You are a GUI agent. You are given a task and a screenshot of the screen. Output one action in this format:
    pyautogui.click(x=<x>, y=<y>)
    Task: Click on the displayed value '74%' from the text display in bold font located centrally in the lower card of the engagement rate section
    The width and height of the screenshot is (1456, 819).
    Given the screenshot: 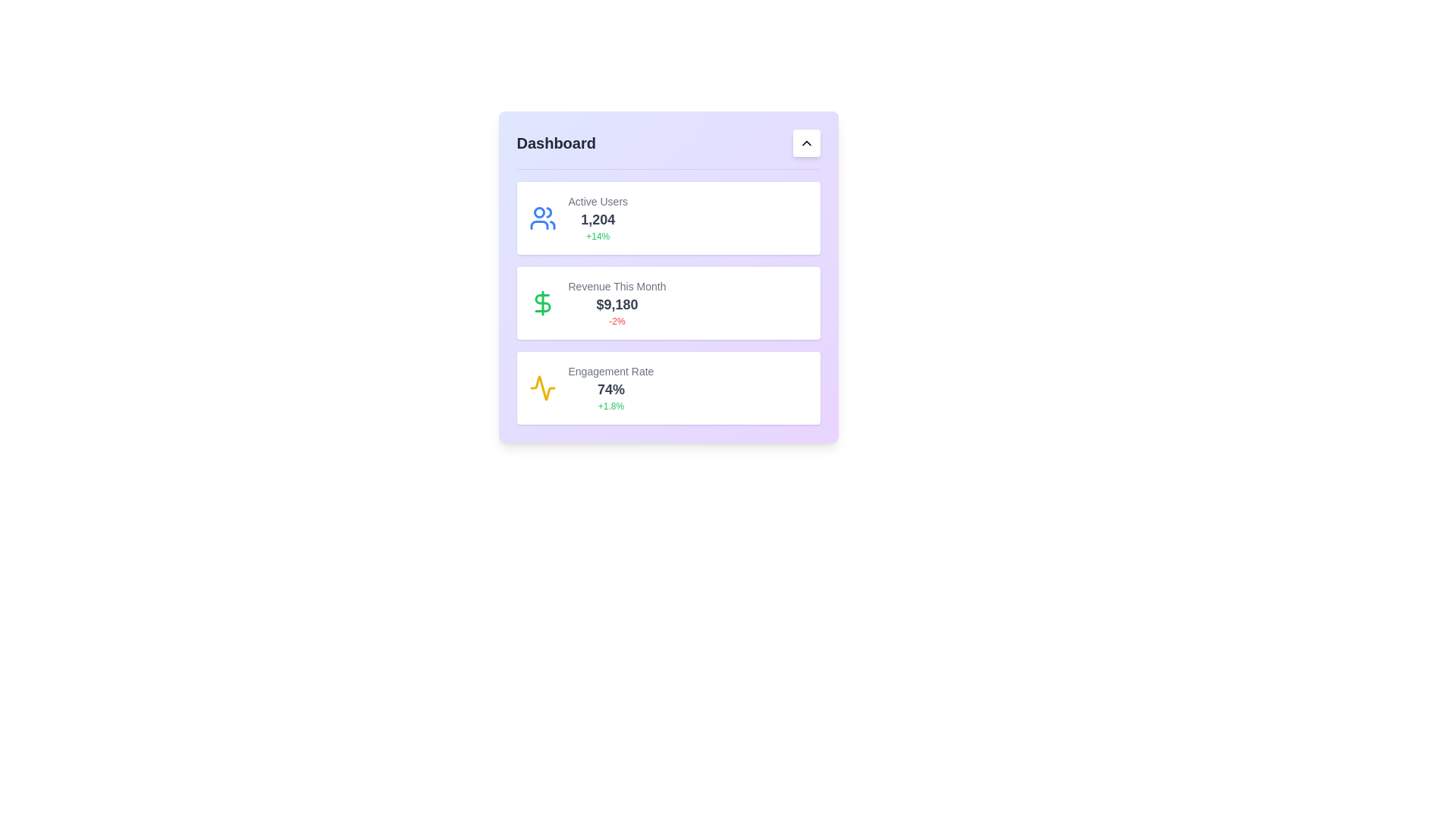 What is the action you would take?
    pyautogui.click(x=611, y=388)
    